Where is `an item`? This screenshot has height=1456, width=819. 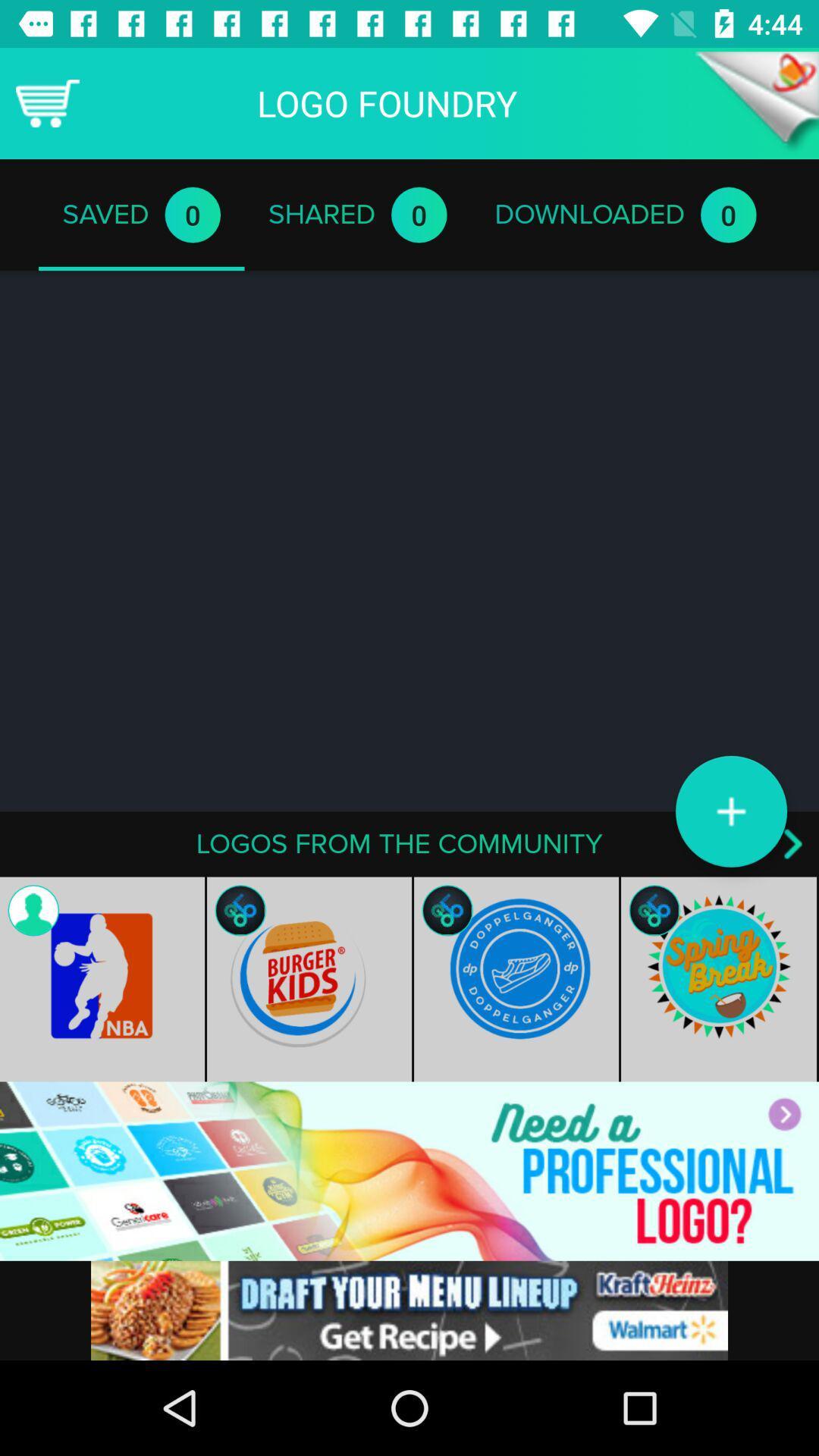
an item is located at coordinates (730, 811).